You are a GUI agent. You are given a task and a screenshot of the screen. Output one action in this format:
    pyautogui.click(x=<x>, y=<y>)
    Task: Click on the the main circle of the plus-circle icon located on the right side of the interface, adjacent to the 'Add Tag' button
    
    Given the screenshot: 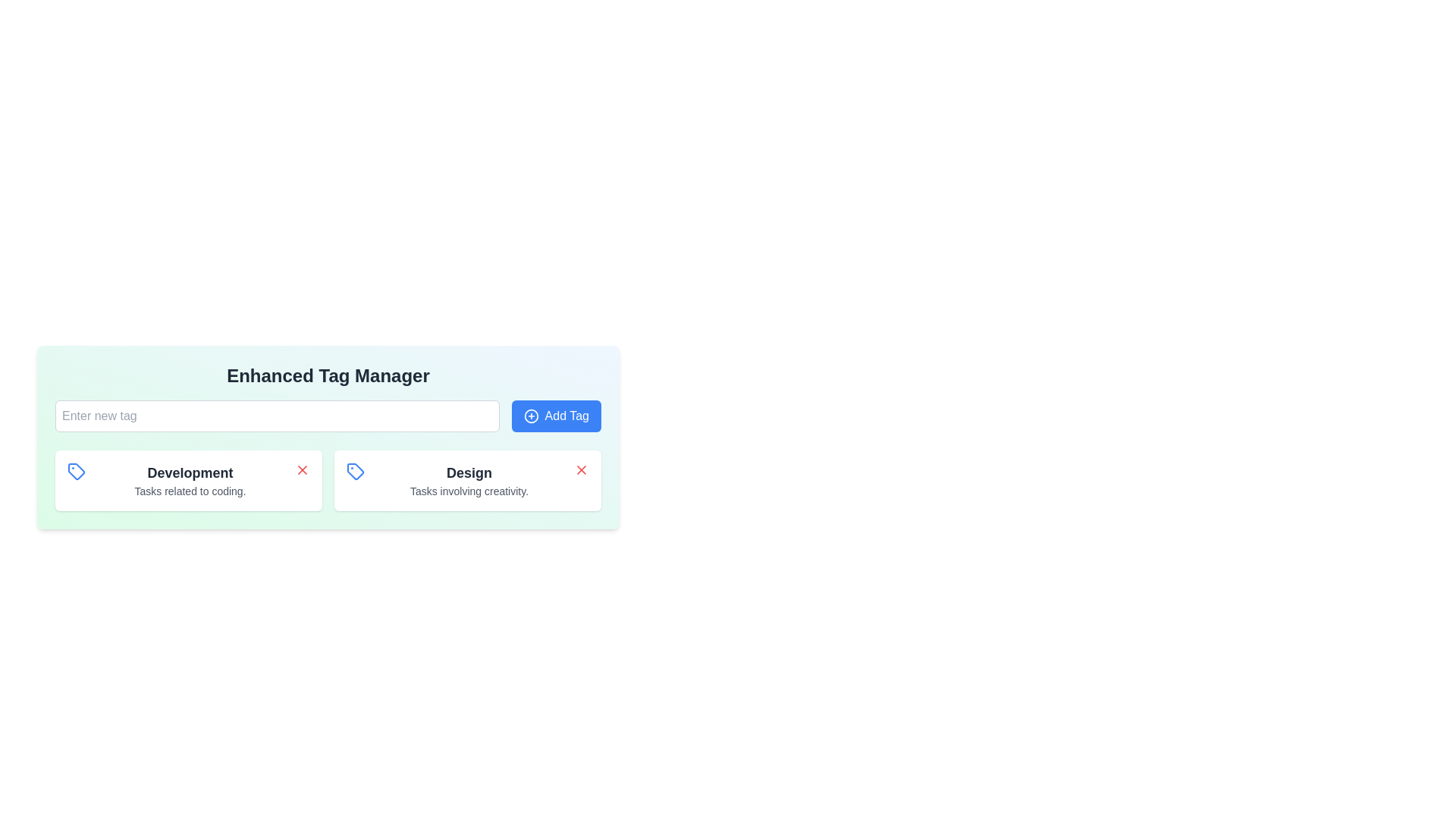 What is the action you would take?
    pyautogui.click(x=531, y=416)
    